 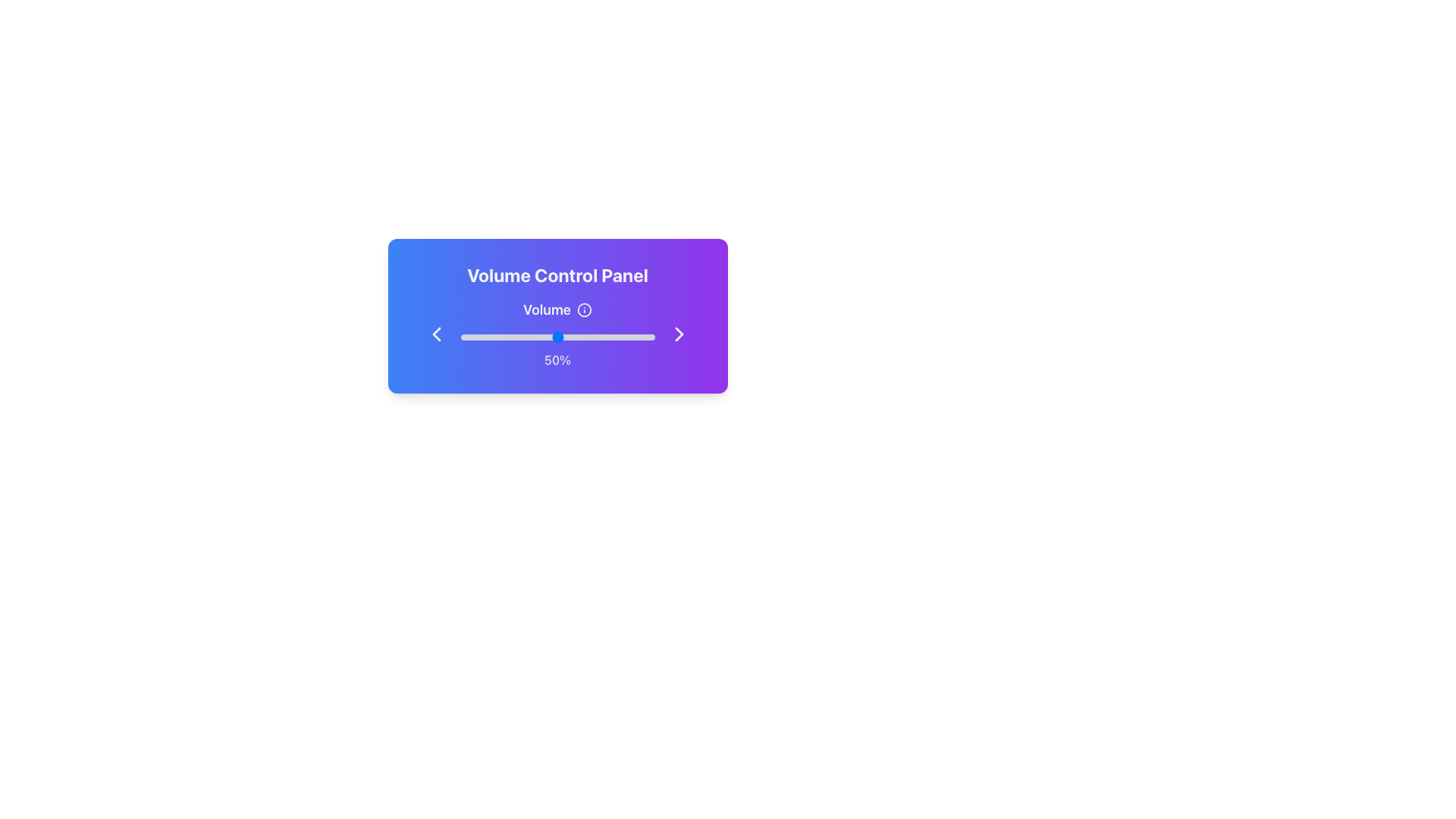 I want to click on the slider, so click(x=515, y=336).